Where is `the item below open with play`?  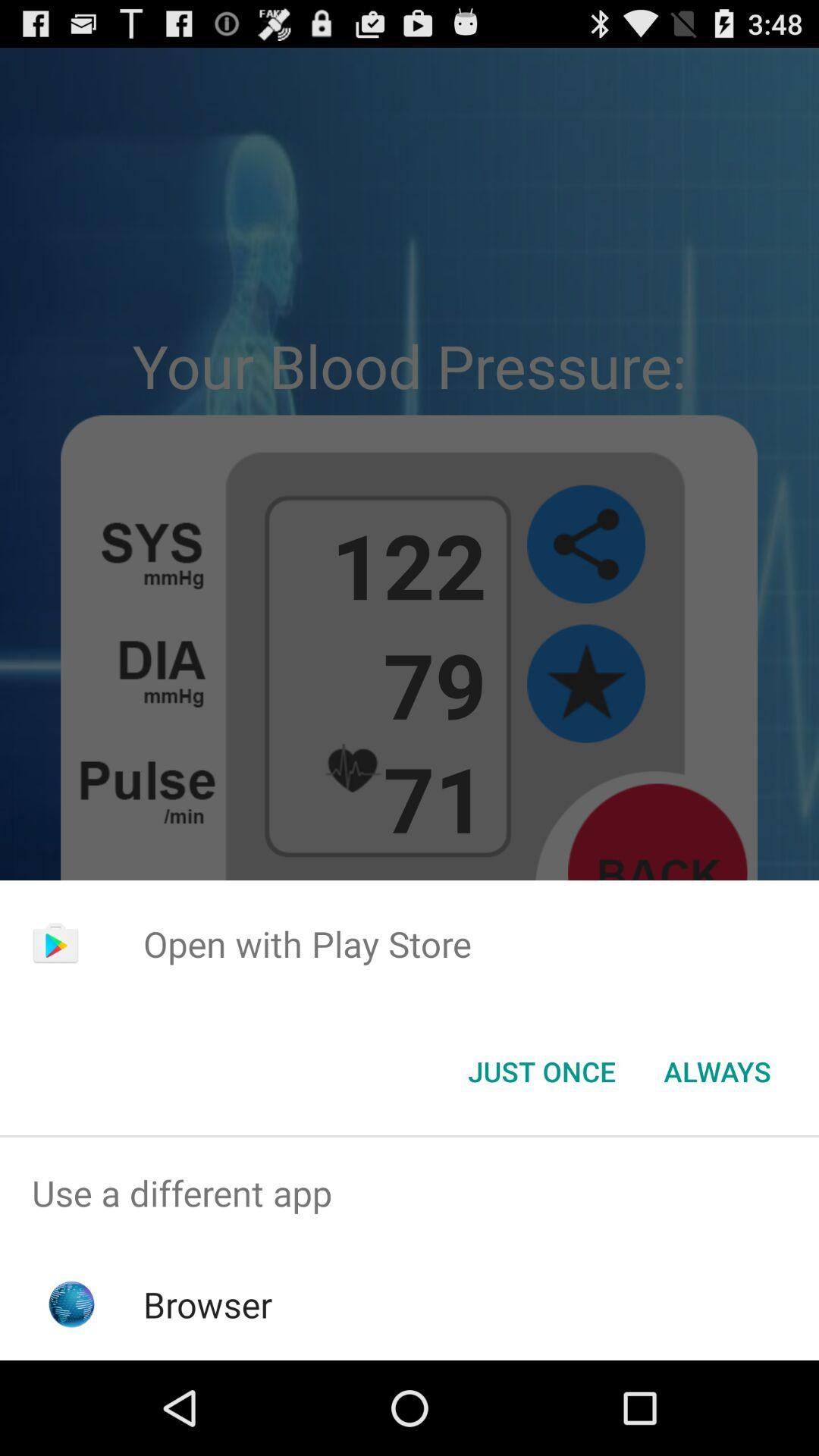 the item below open with play is located at coordinates (717, 1070).